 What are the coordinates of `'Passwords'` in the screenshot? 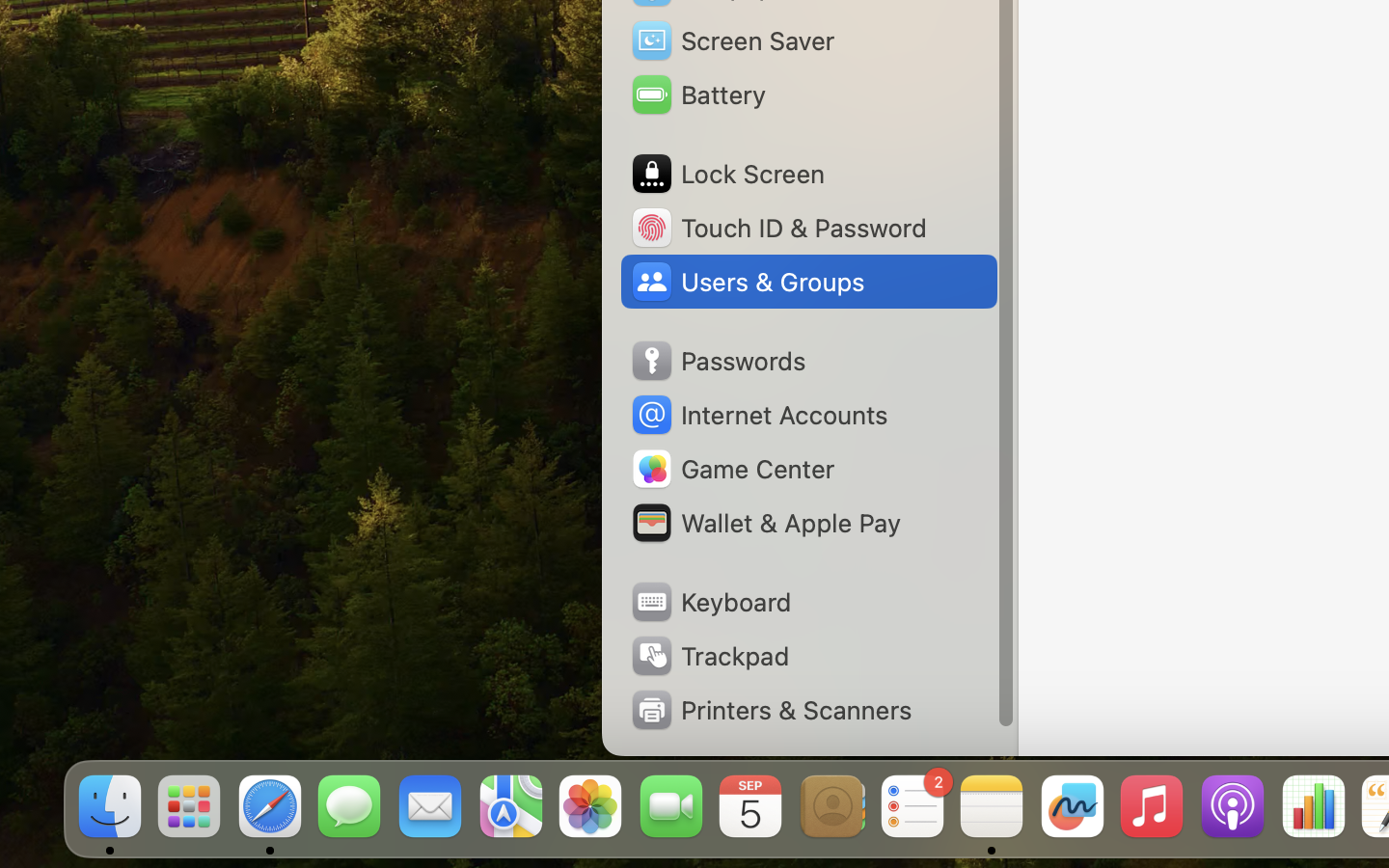 It's located at (717, 361).